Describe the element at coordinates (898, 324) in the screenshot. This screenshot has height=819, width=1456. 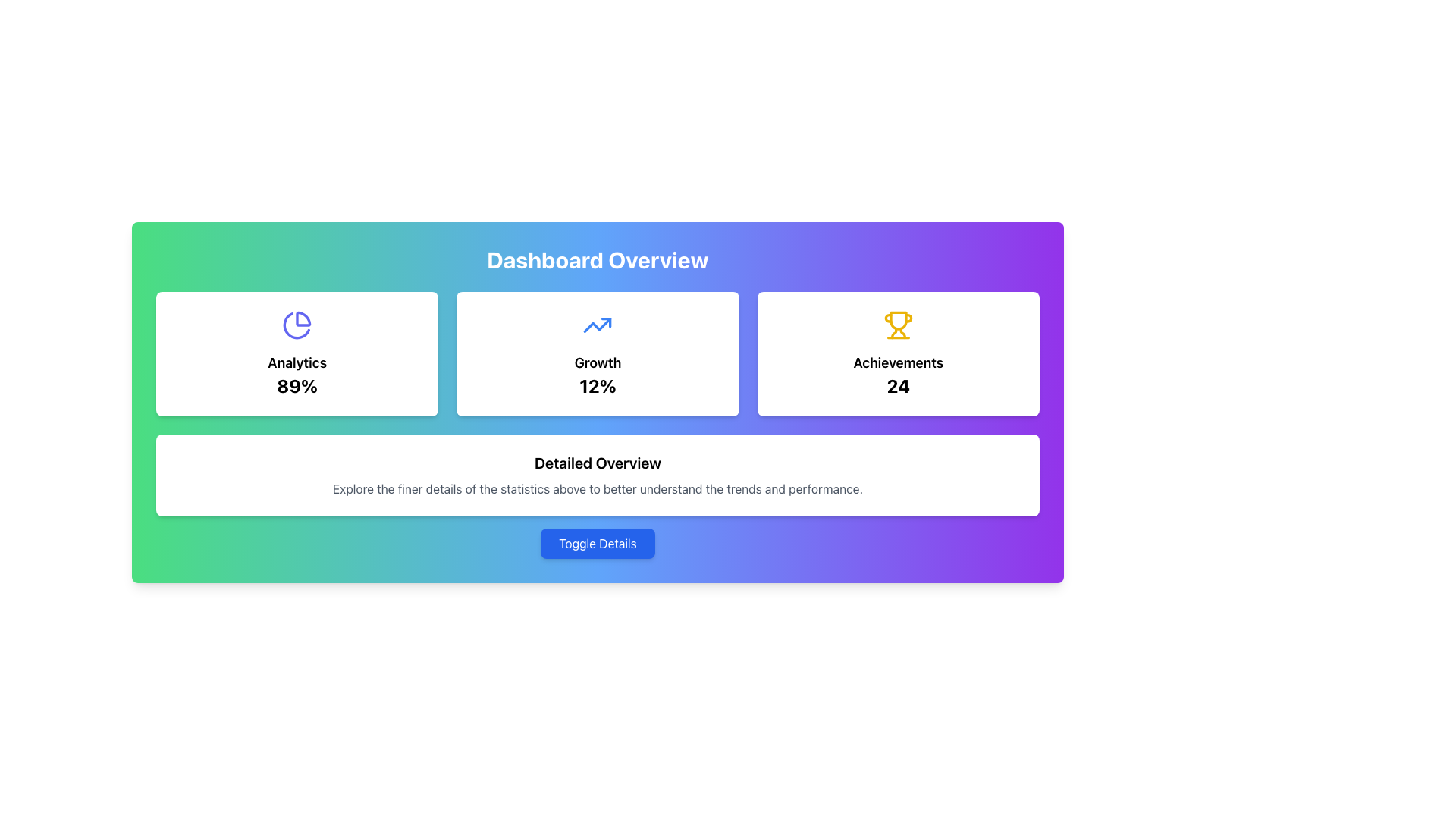
I see `the decorative achievement icon located at the top center of the card, which visually represents achievements and is situated above the text 'Achievements' and '24'` at that location.